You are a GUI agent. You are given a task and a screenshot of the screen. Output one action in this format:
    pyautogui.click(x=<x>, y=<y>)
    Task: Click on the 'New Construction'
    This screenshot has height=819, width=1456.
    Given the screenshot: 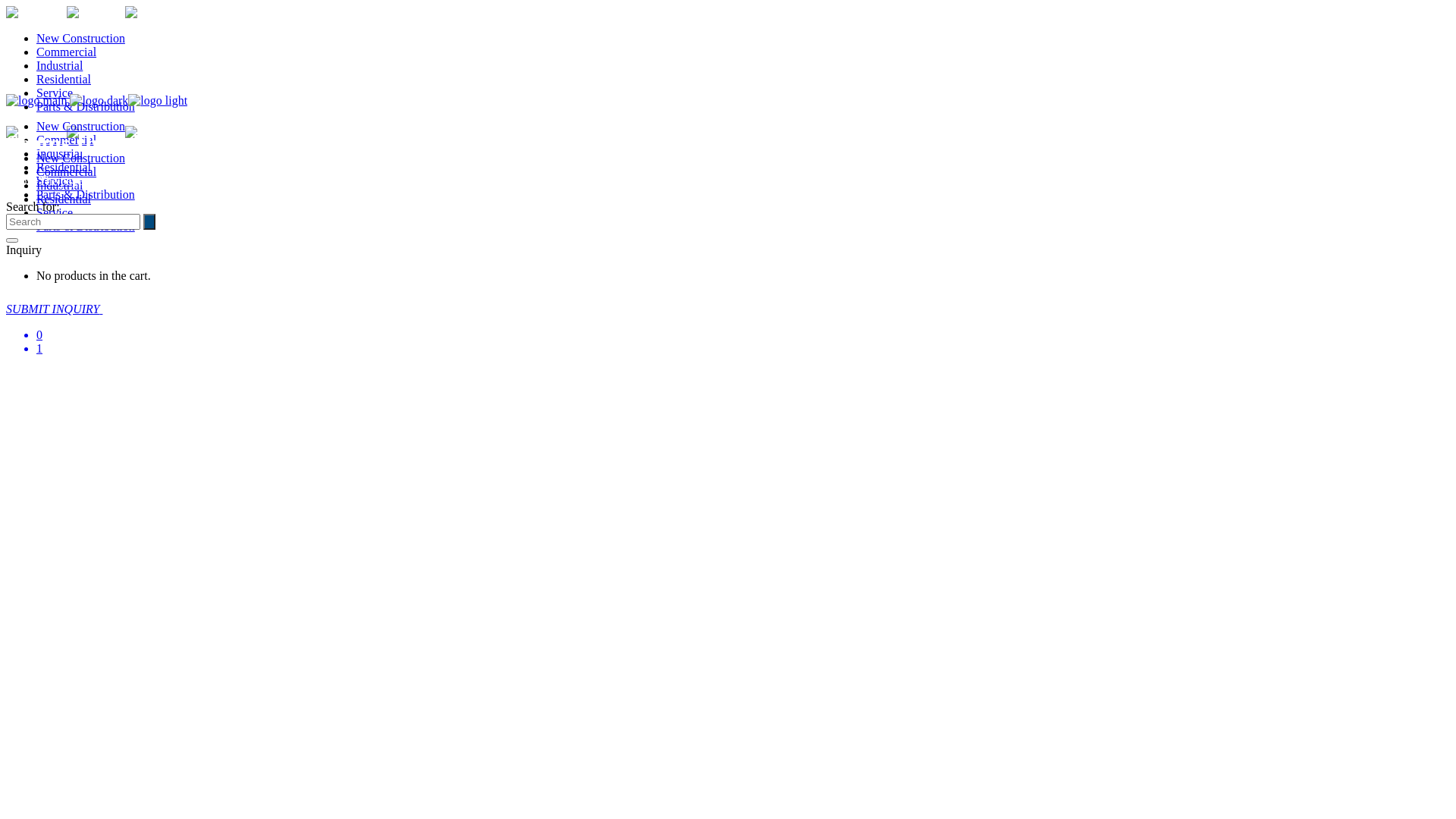 What is the action you would take?
    pyautogui.click(x=36, y=158)
    